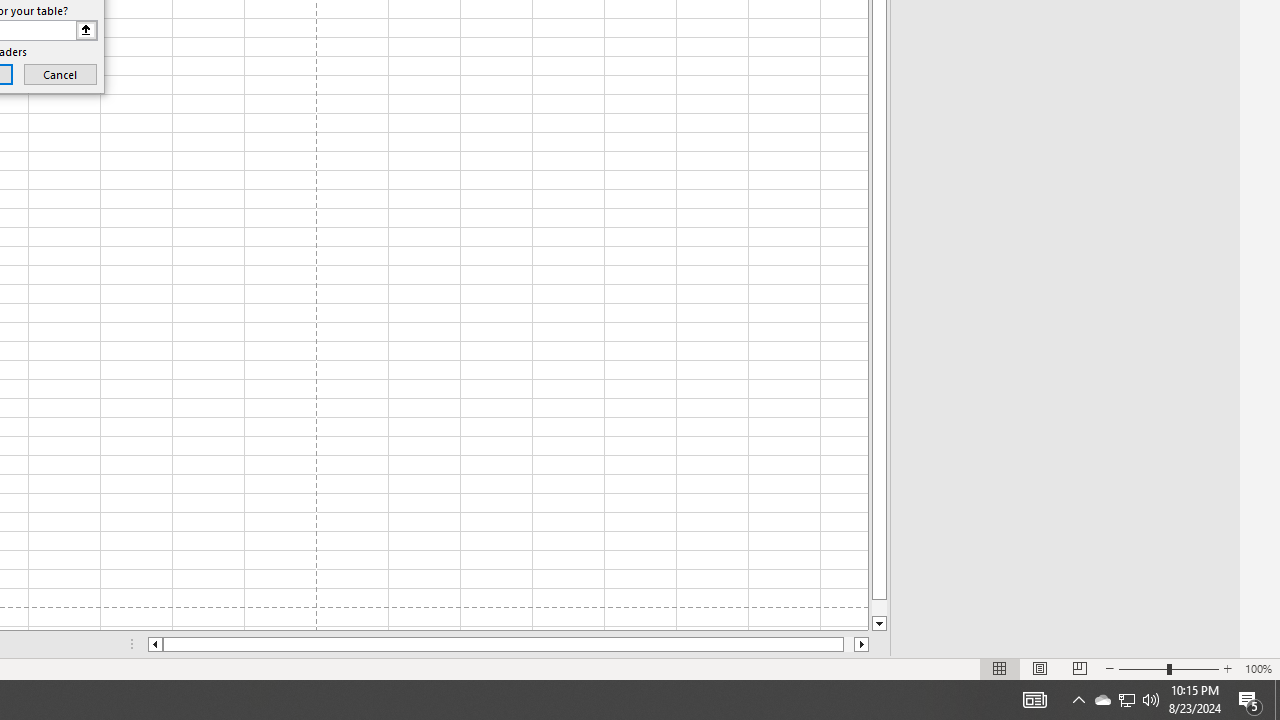 Image resolution: width=1280 pixels, height=720 pixels. Describe the element at coordinates (1226, 669) in the screenshot. I see `'Zoom In'` at that location.